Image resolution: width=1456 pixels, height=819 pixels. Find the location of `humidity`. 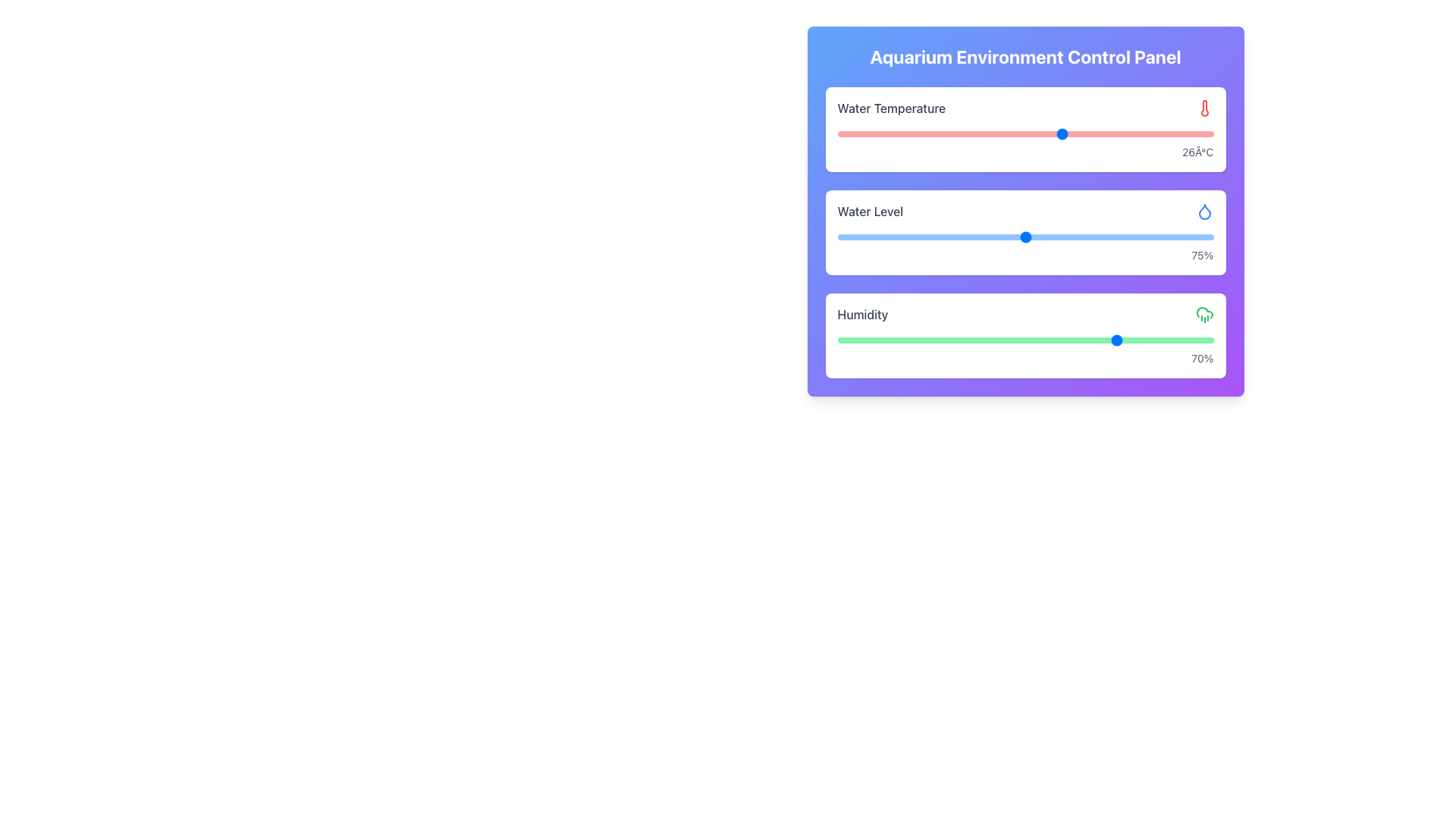

humidity is located at coordinates (893, 339).